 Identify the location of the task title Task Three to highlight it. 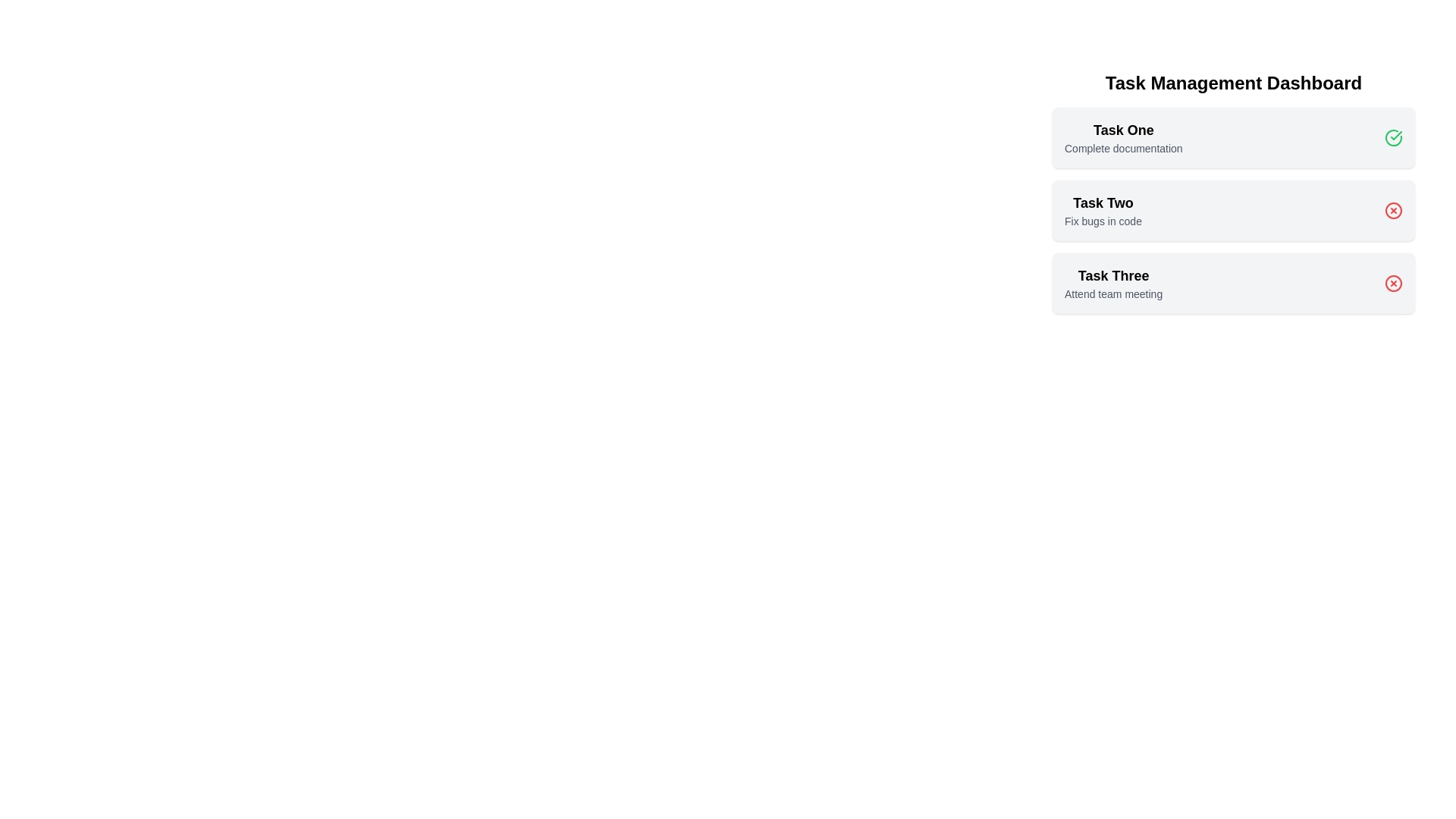
(1113, 275).